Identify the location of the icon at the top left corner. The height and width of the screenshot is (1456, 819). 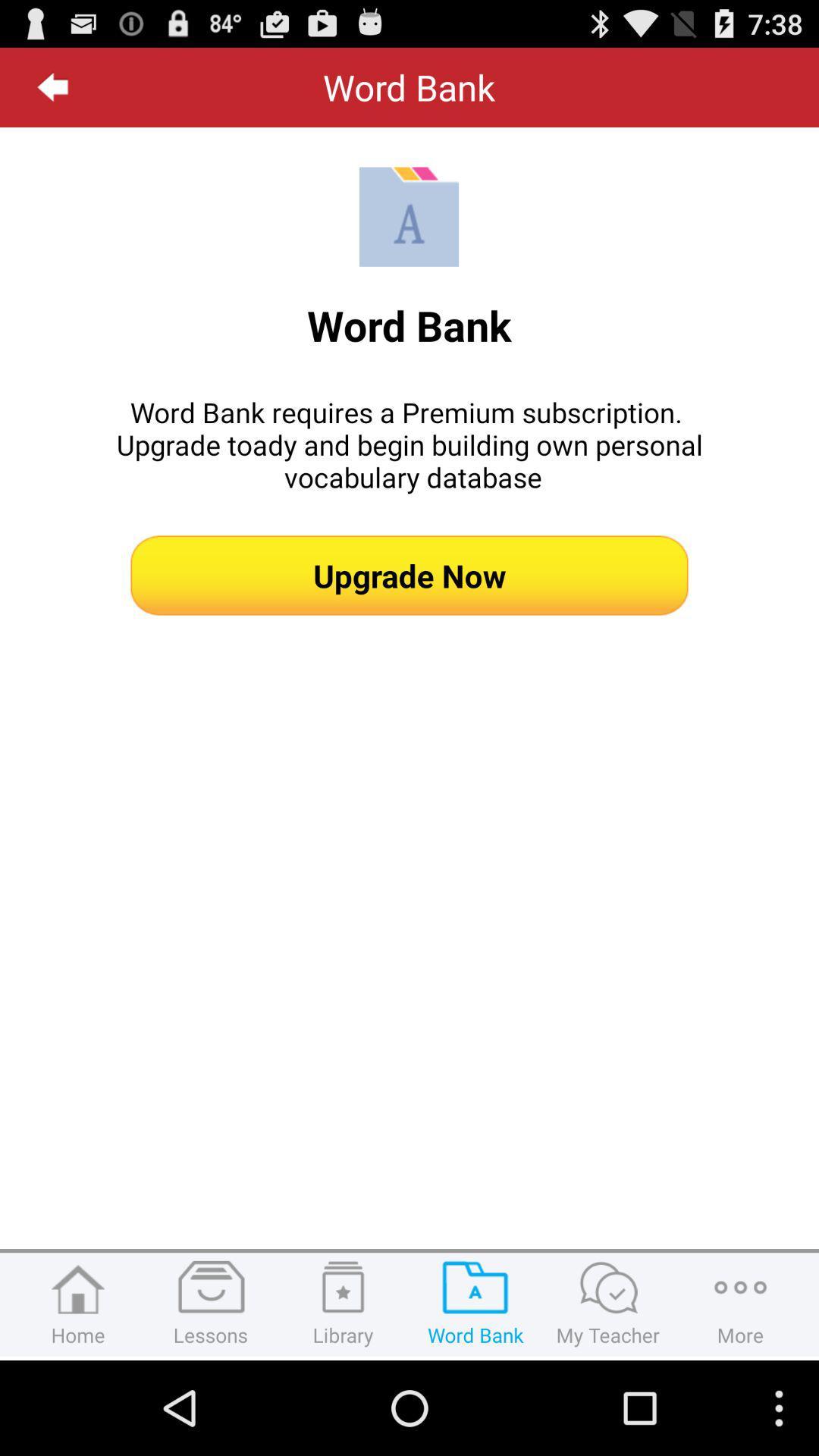
(52, 86).